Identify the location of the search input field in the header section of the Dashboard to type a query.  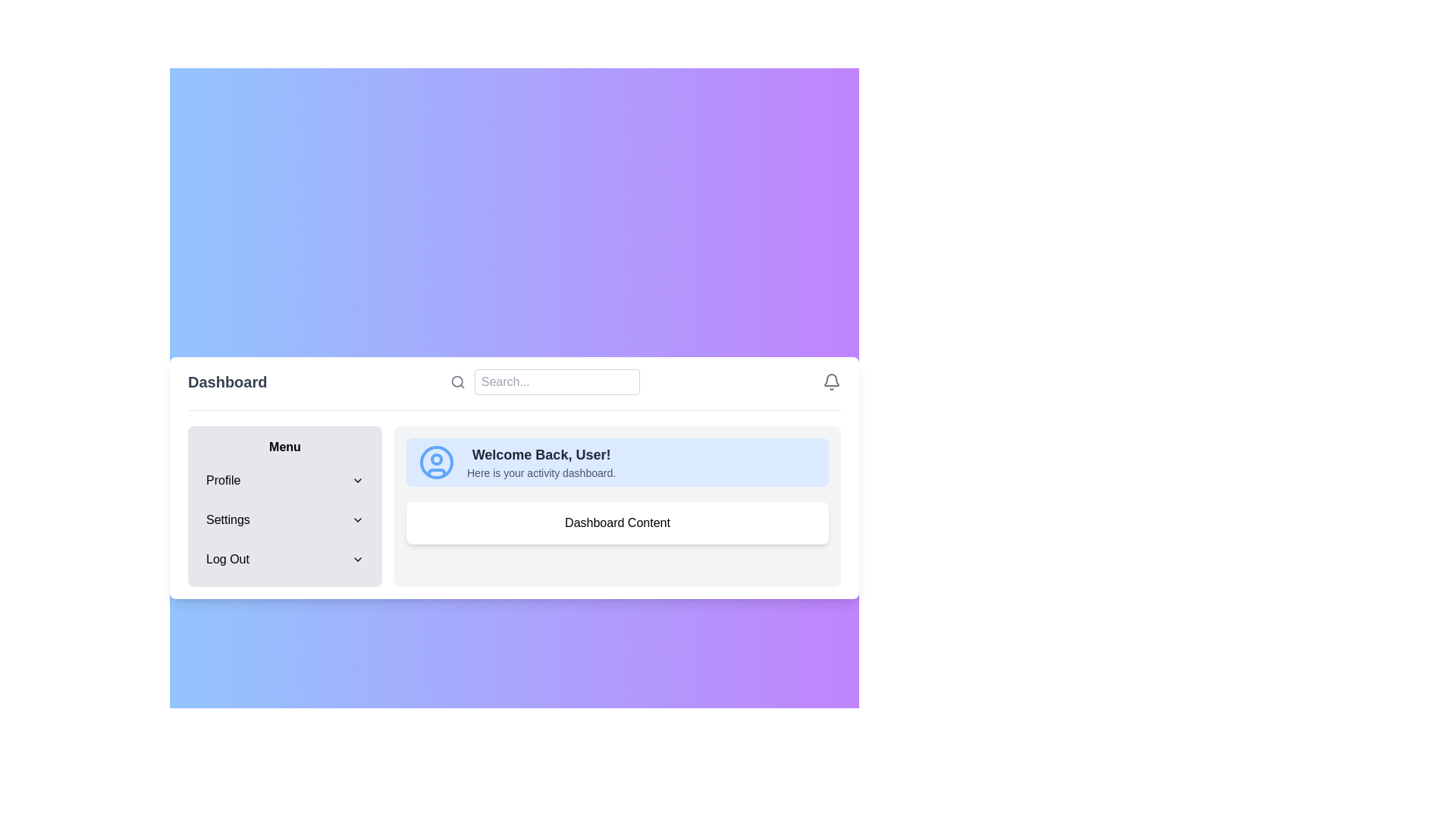
(514, 388).